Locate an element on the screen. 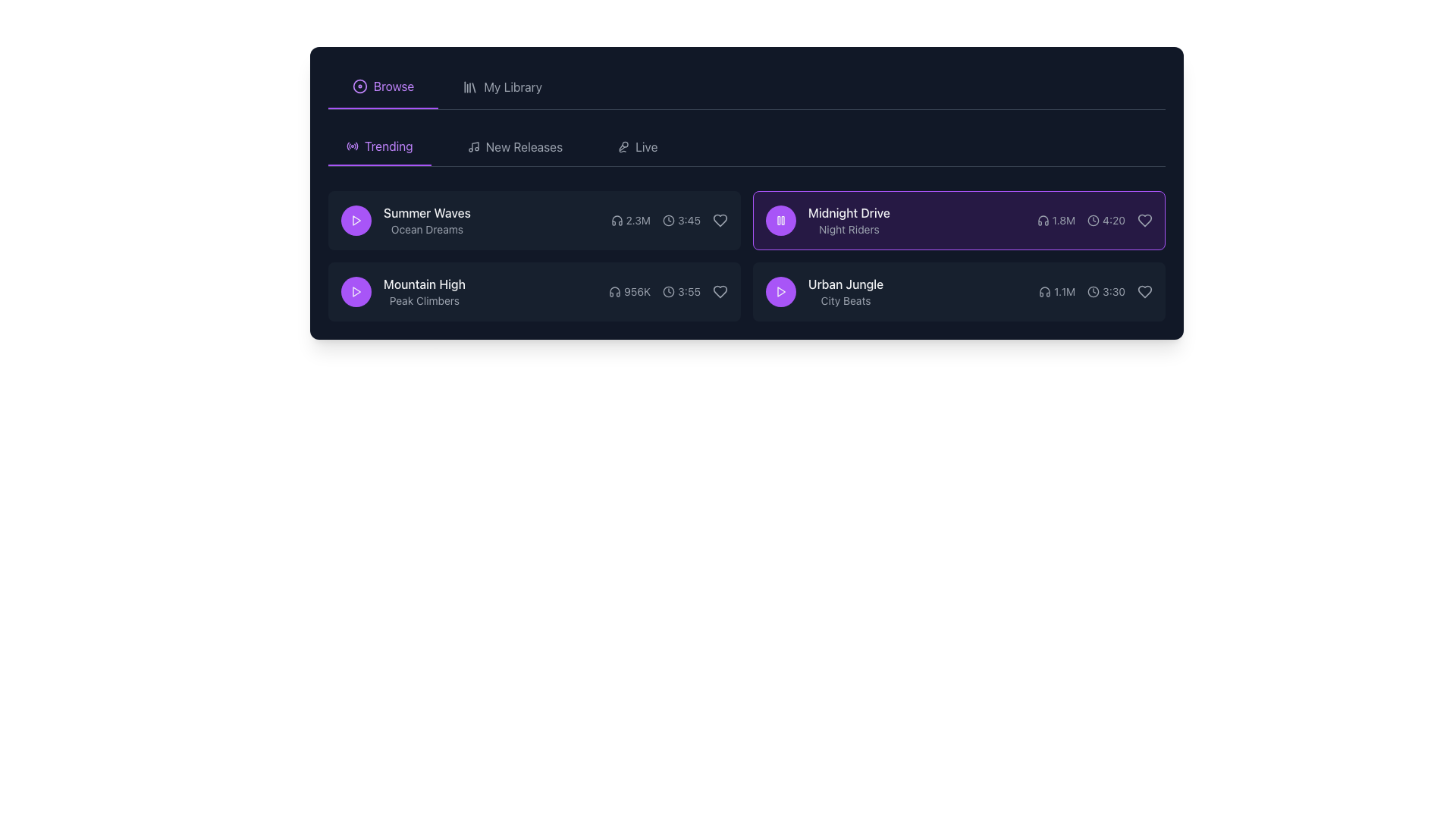  the 'Live' menu icon located in the top-right corner of the navigation bar is located at coordinates (623, 146).